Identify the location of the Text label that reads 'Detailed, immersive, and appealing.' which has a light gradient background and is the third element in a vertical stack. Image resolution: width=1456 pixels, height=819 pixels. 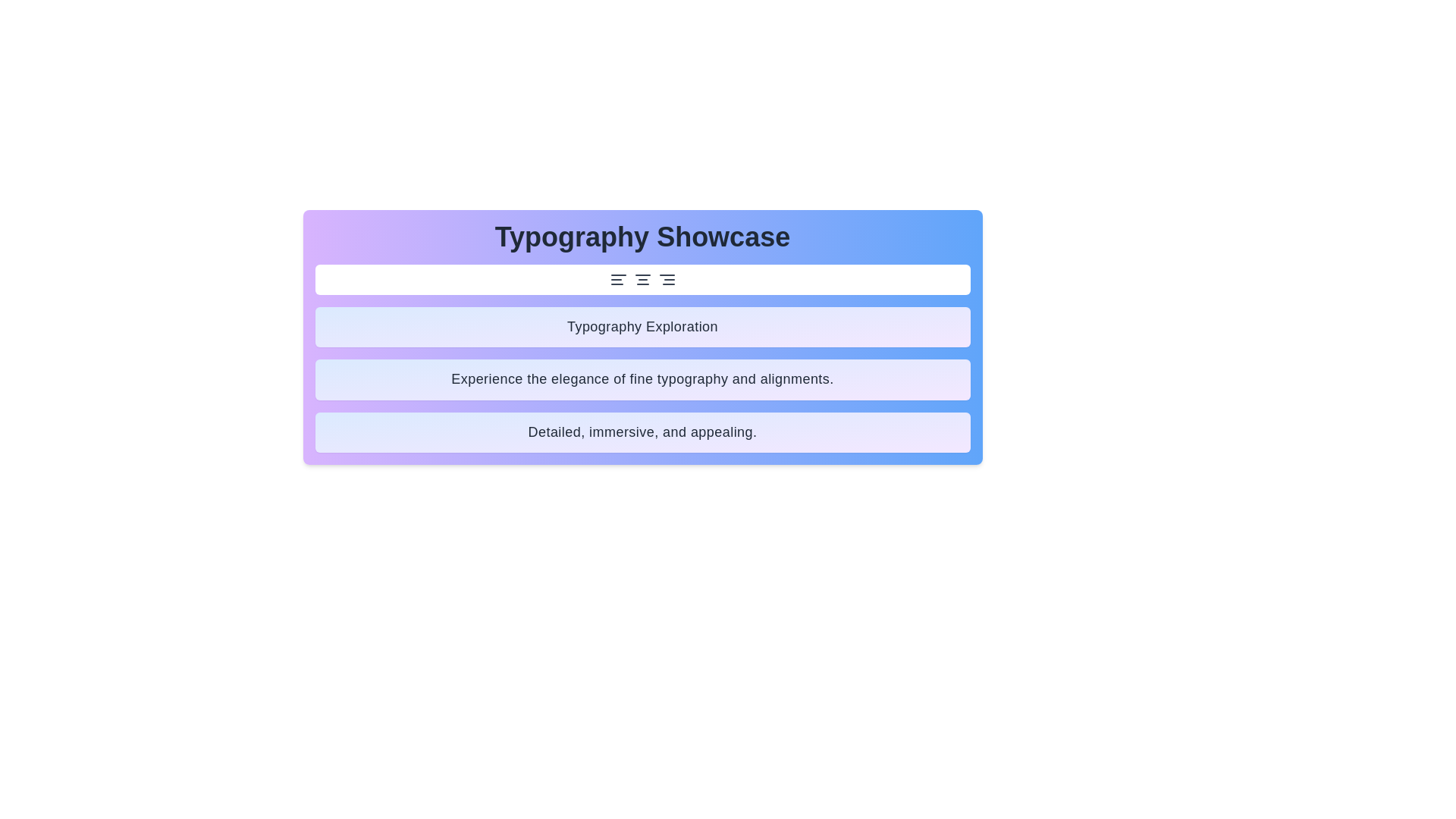
(642, 432).